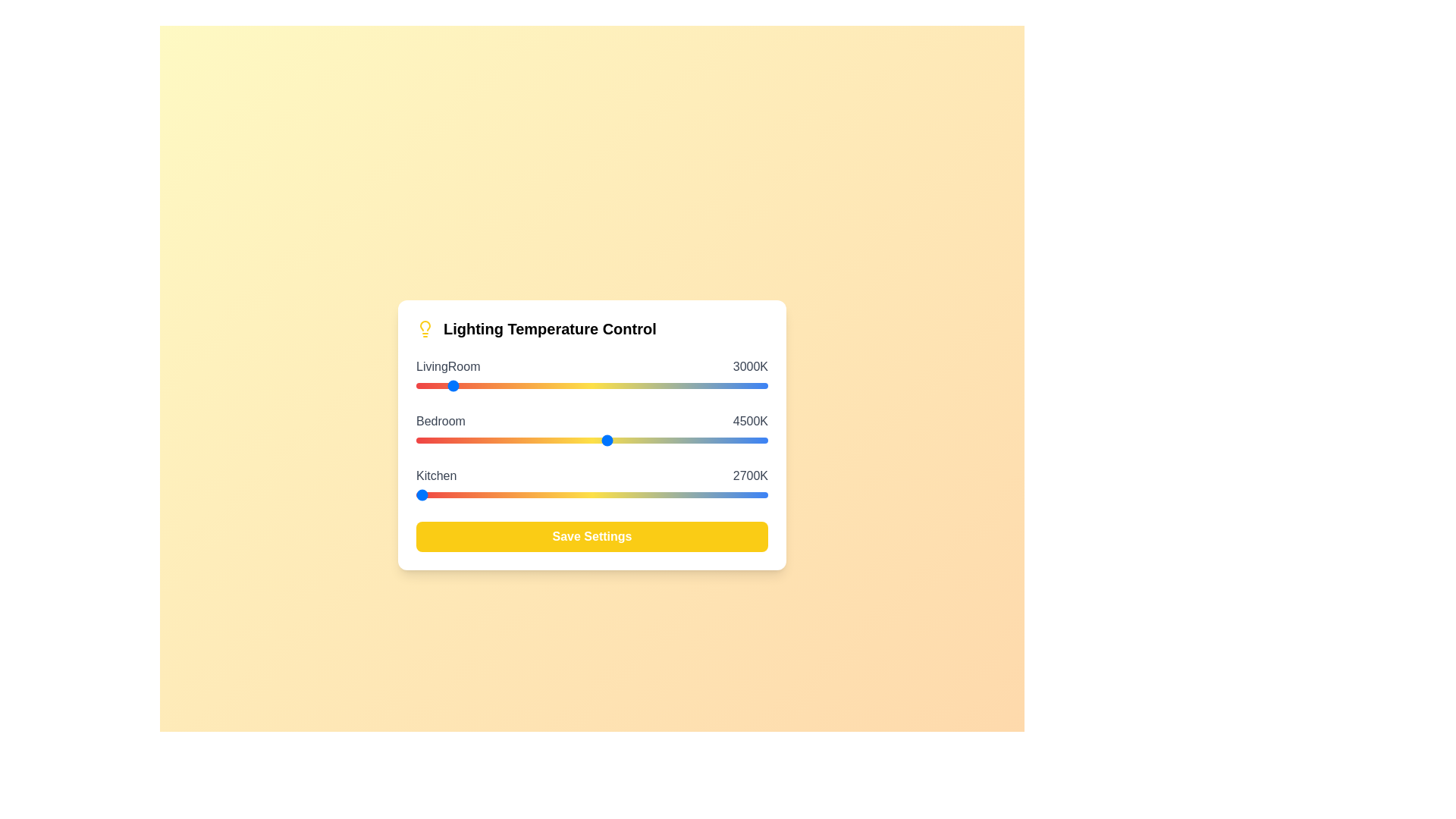 Image resolution: width=1456 pixels, height=819 pixels. Describe the element at coordinates (591, 536) in the screenshot. I see `the 'Save Settings' button to save the current lighting settings` at that location.